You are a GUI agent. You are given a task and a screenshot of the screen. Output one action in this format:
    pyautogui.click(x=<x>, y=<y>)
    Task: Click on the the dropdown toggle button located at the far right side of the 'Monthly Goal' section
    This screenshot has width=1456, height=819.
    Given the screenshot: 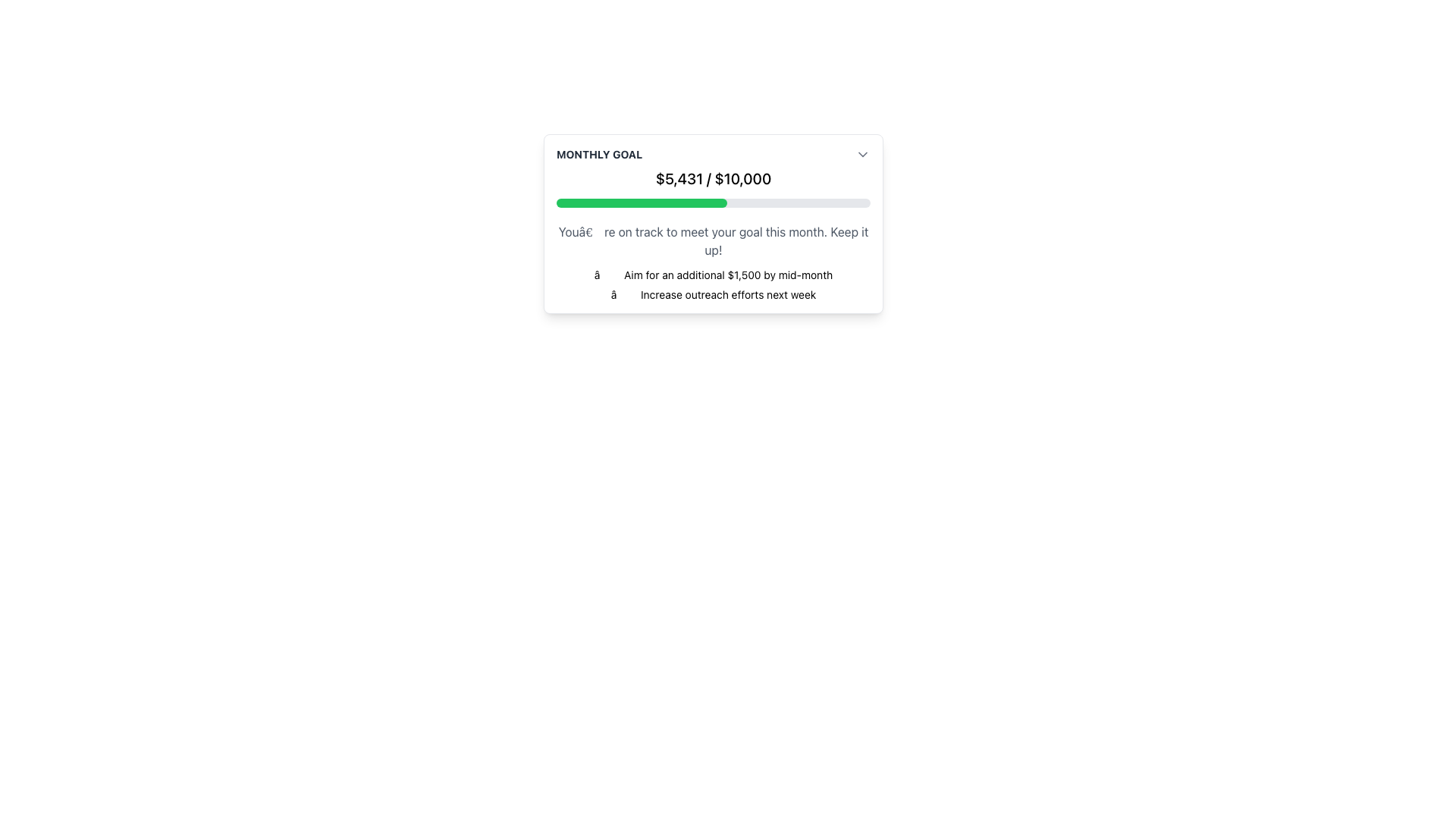 What is the action you would take?
    pyautogui.click(x=862, y=155)
    